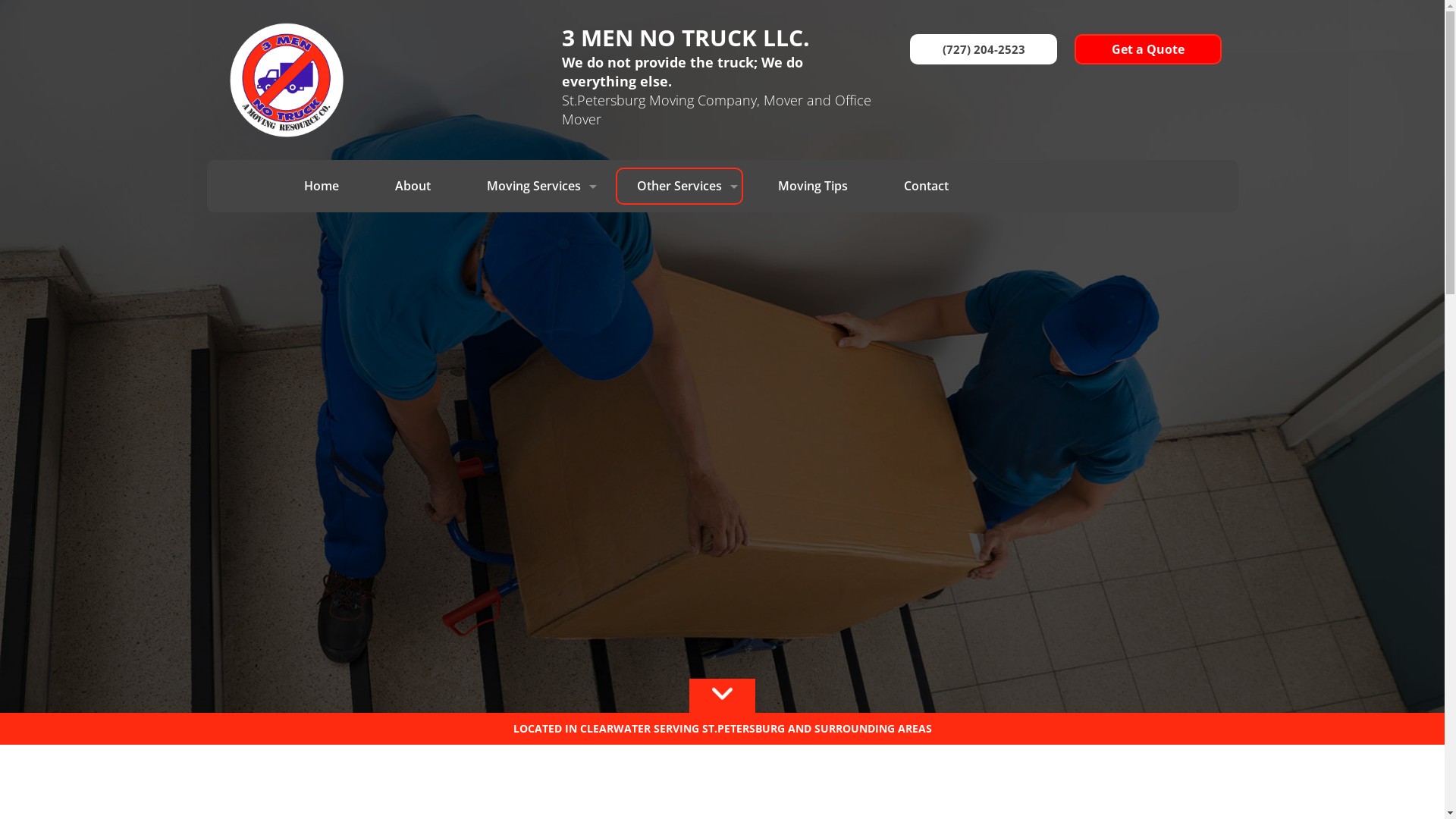  I want to click on '3 MEN NO TRUCK LLC.', so click(716, 37).